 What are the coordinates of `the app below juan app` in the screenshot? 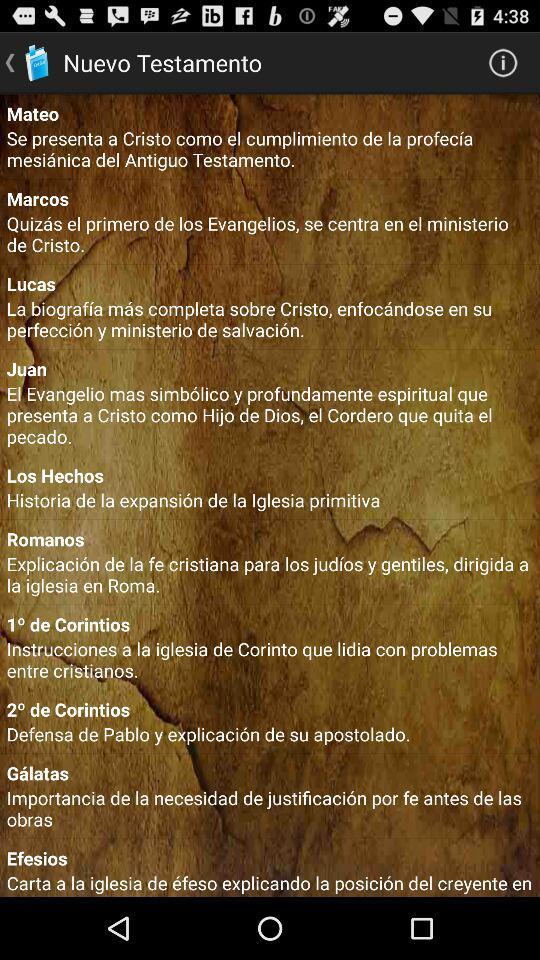 It's located at (270, 414).